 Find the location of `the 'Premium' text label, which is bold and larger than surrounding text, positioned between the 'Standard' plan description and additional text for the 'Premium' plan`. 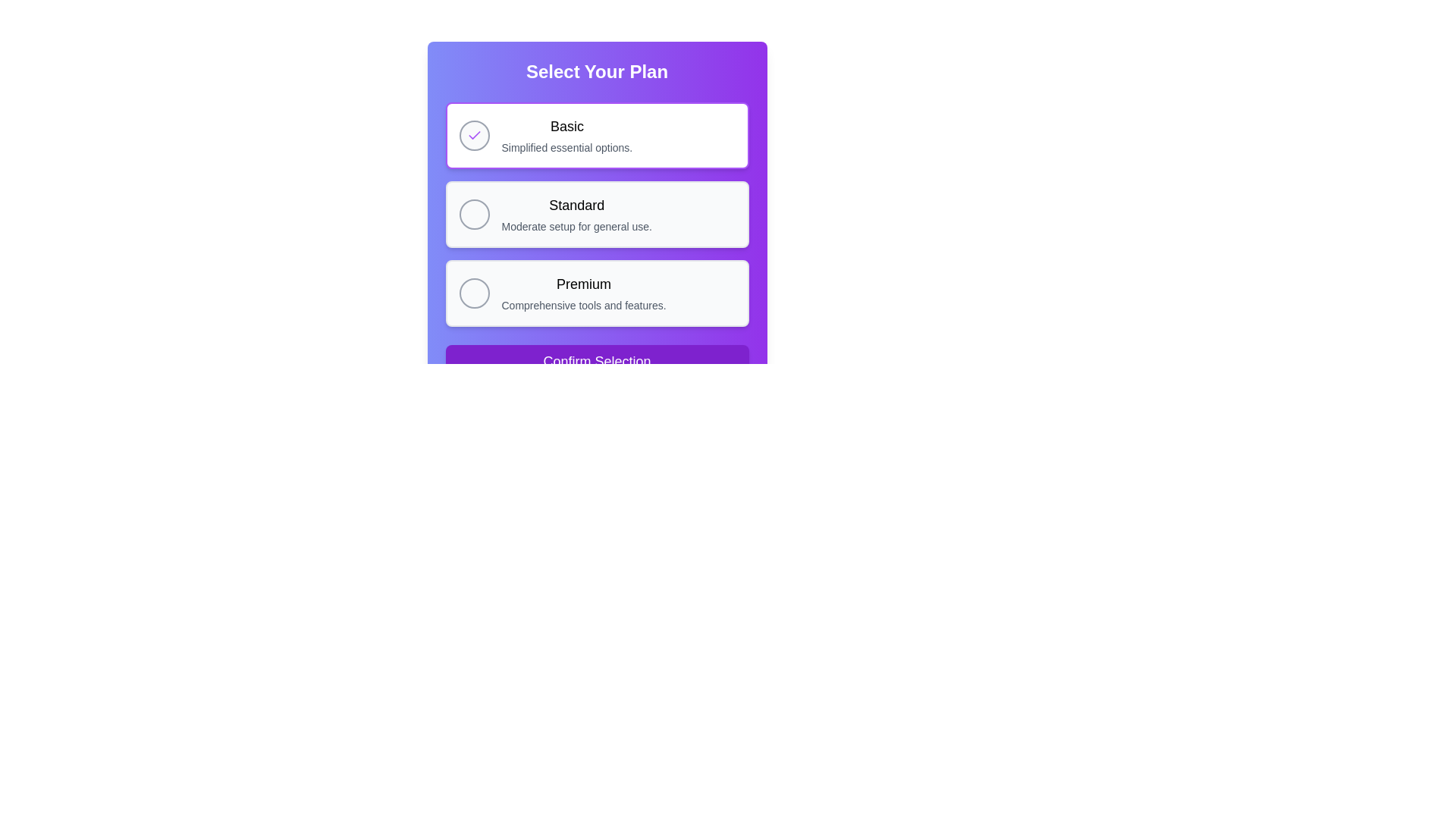

the 'Premium' text label, which is bold and larger than surrounding text, positioned between the 'Standard' plan description and additional text for the 'Premium' plan is located at coordinates (583, 284).